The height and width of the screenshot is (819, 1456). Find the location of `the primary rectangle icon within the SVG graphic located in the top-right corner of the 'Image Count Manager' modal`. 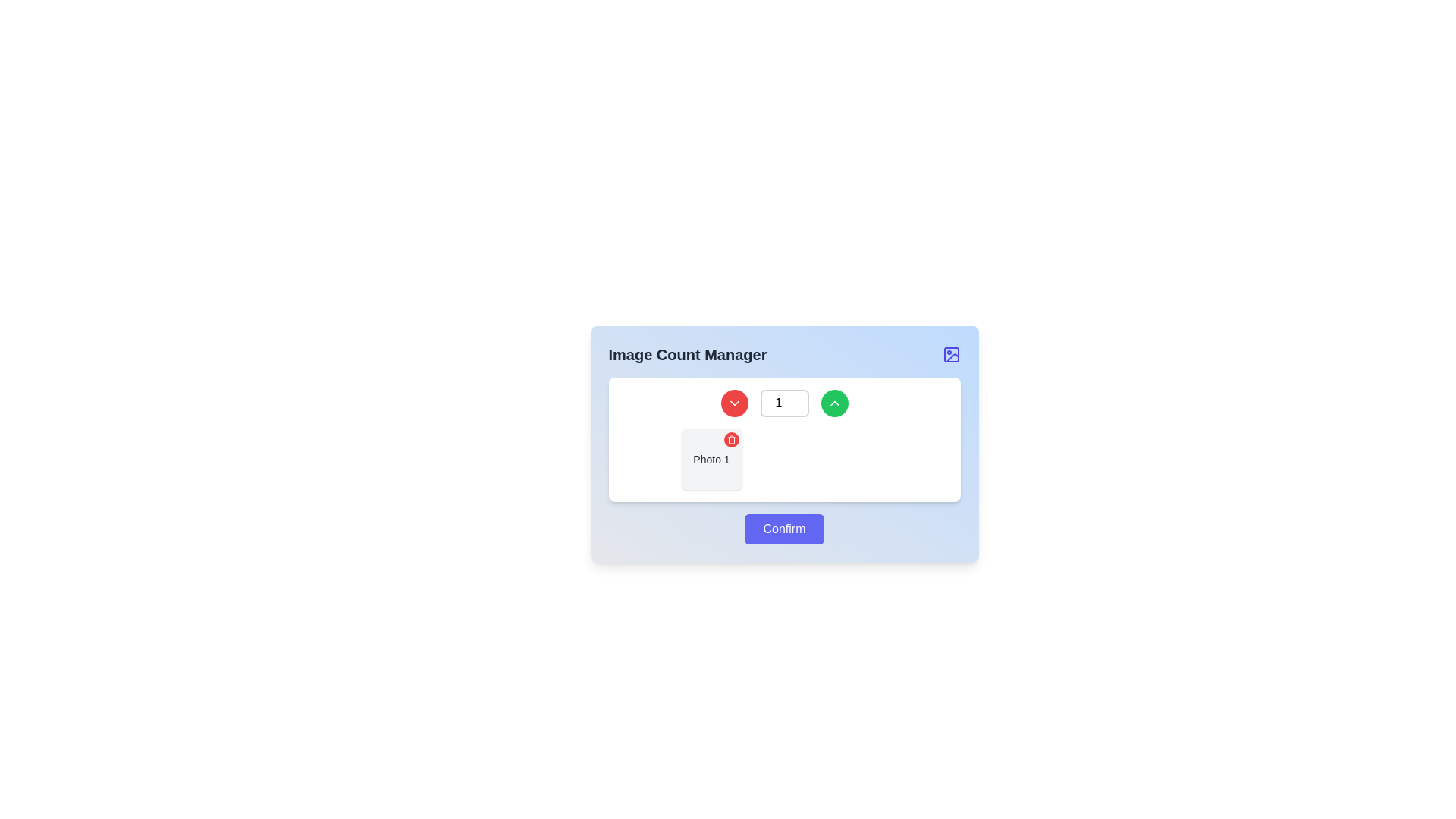

the primary rectangle icon within the SVG graphic located in the top-right corner of the 'Image Count Manager' modal is located at coordinates (950, 354).